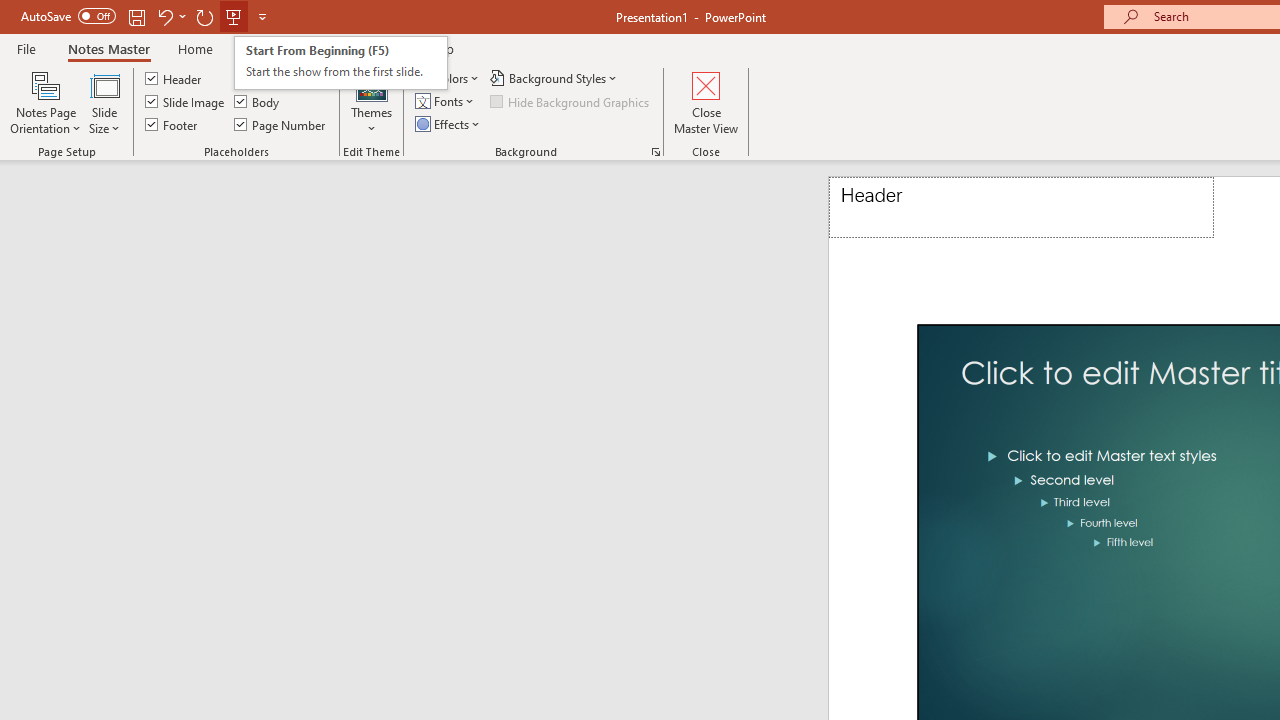  What do you see at coordinates (706, 103) in the screenshot?
I see `'Close Master View'` at bounding box center [706, 103].